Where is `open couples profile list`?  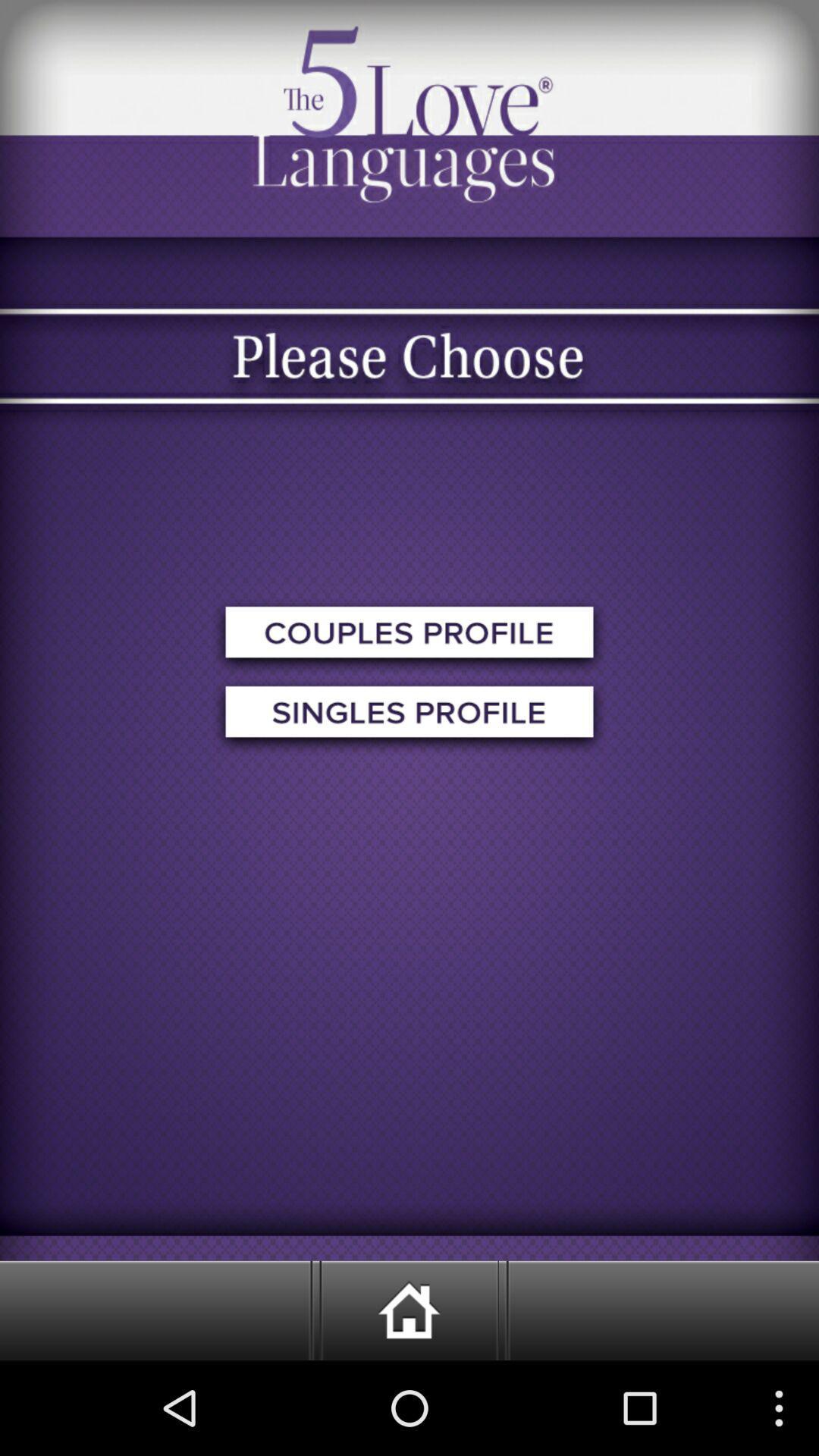 open couples profile list is located at coordinates (409, 637).